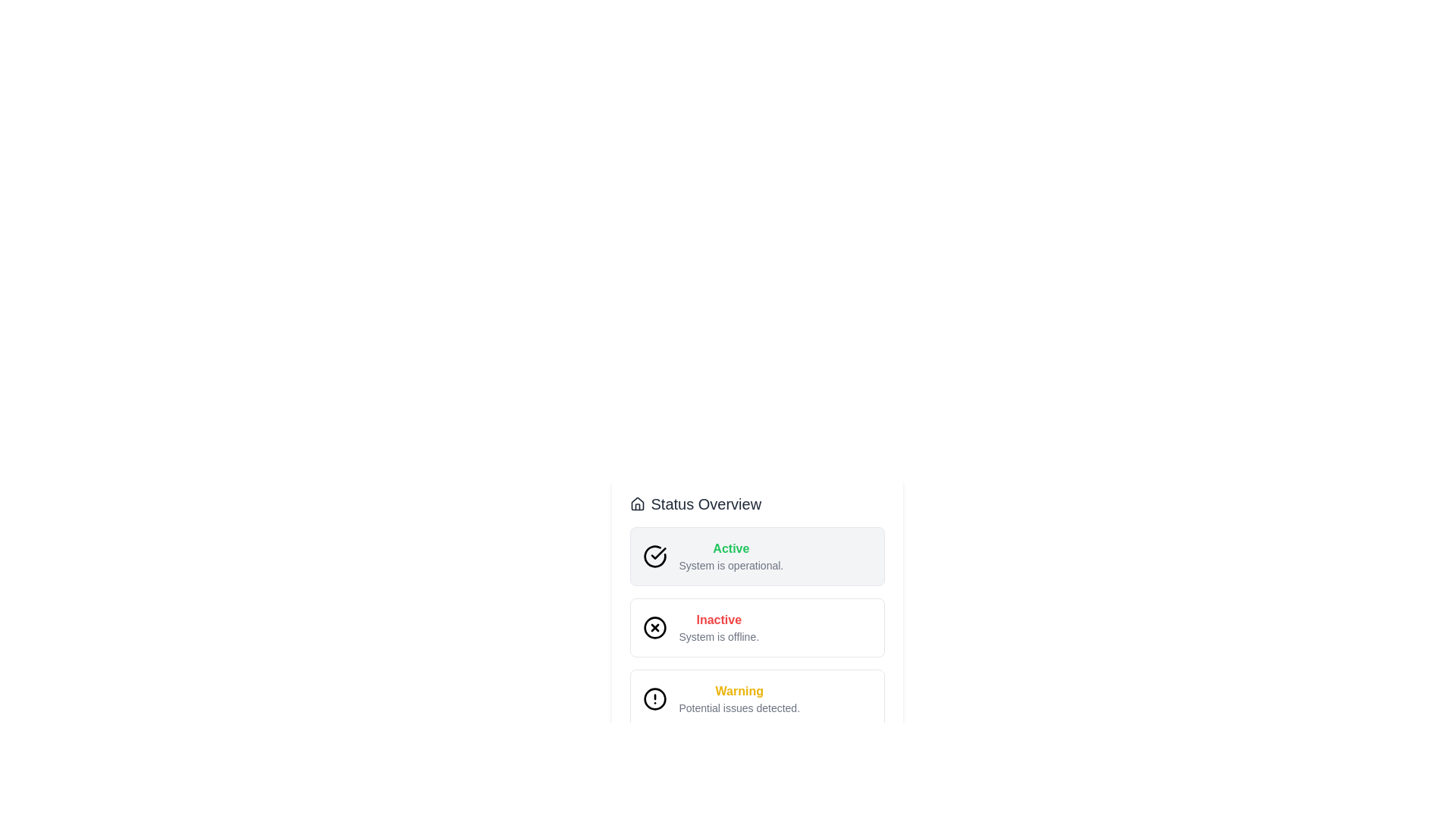 The image size is (1456, 819). Describe the element at coordinates (637, 504) in the screenshot. I see `the lower portion of the house-shaped icon, which represents the 'home' functionality in the navigation section, located at the center of the context image above the 'Status Overview' heading` at that location.